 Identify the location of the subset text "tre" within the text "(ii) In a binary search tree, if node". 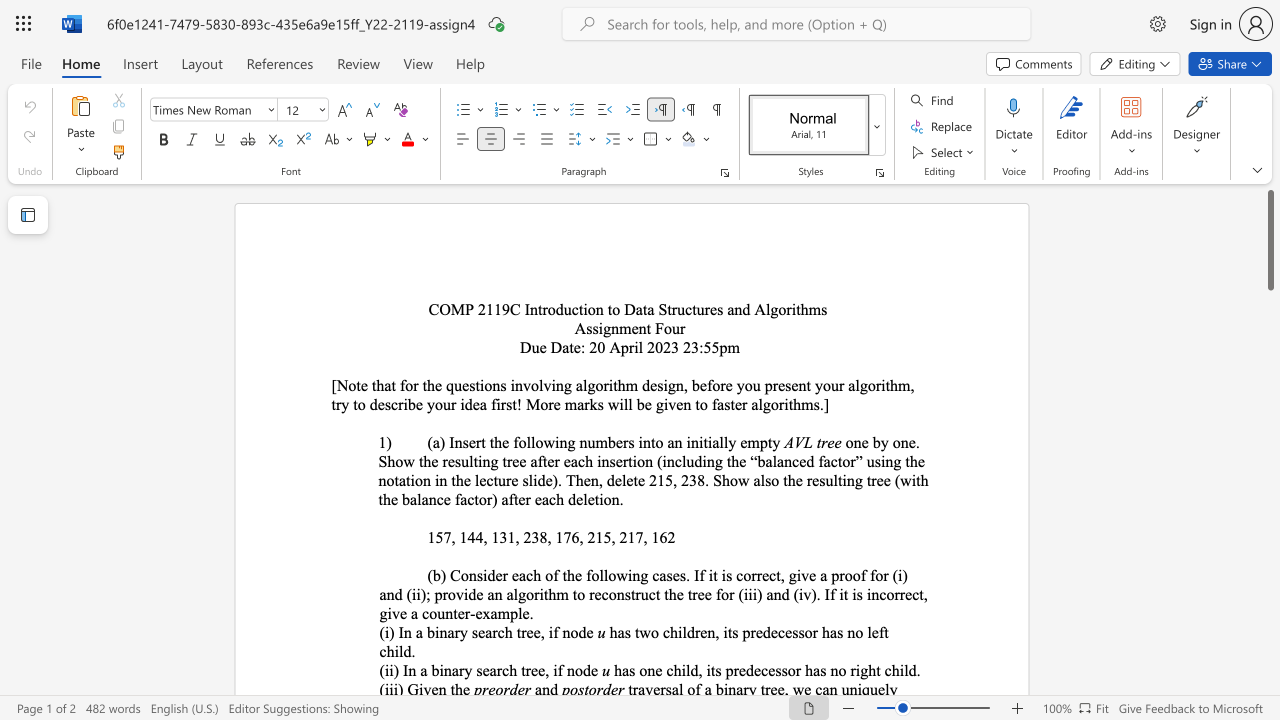
(521, 670).